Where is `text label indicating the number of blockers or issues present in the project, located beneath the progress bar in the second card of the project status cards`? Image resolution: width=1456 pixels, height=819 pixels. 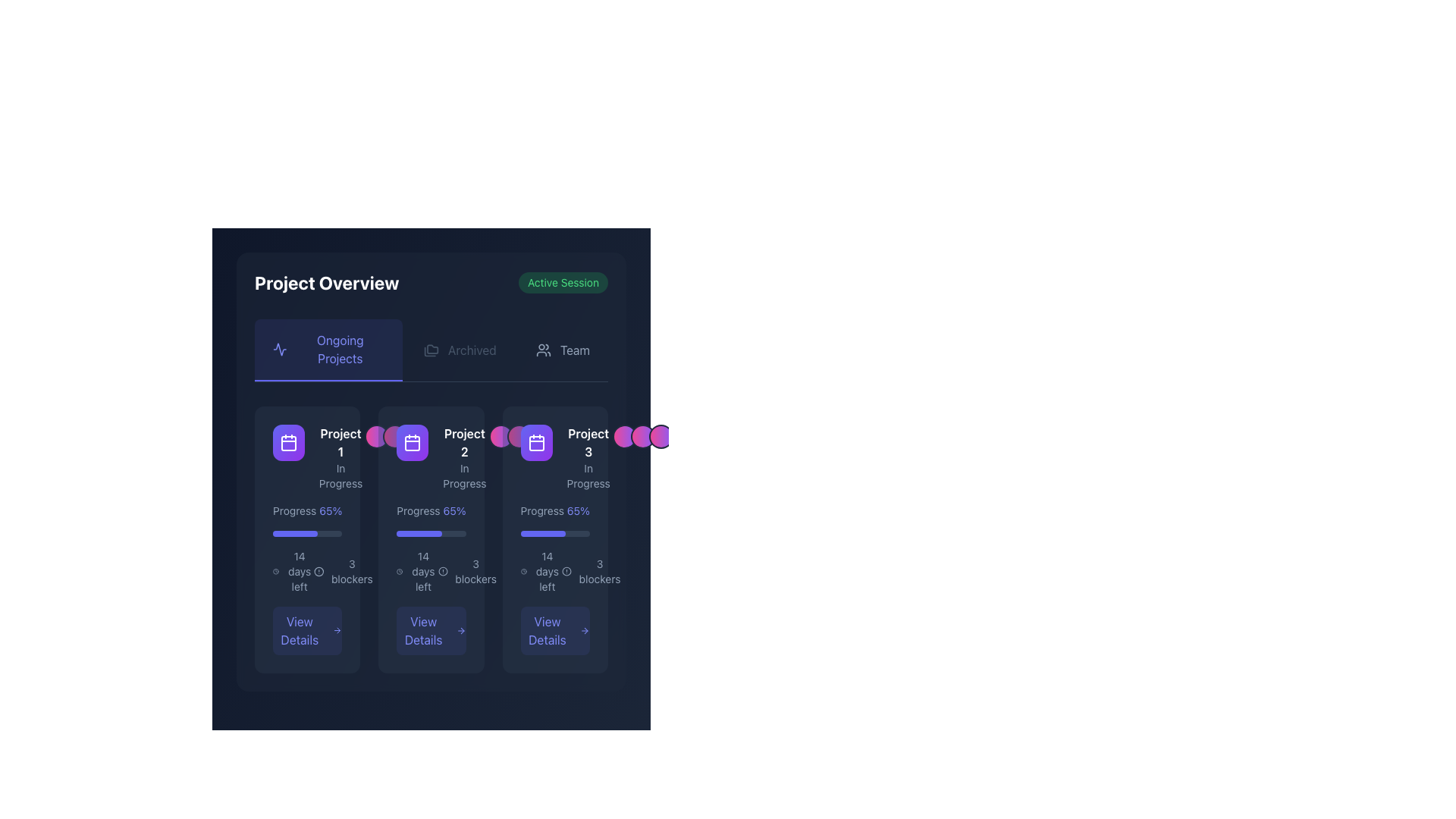
text label indicating the number of blockers or issues present in the project, located beneath the progress bar in the second card of the project status cards is located at coordinates (475, 571).